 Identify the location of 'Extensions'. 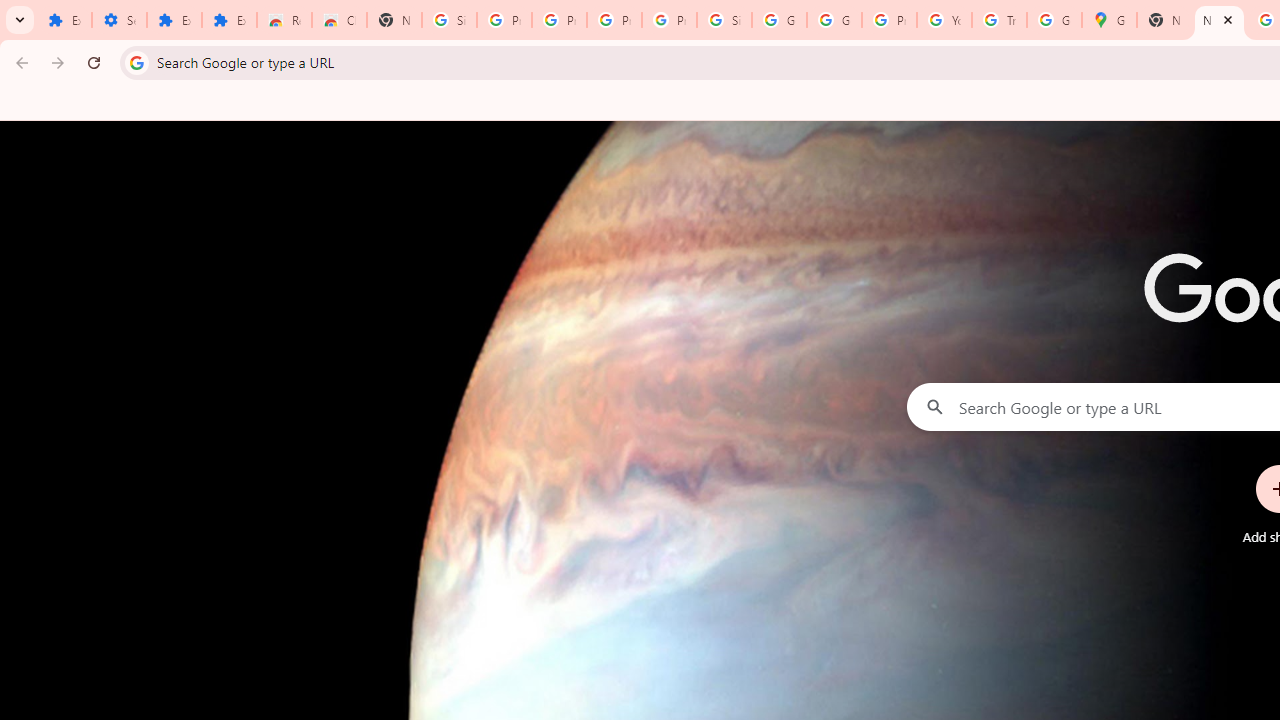
(174, 20).